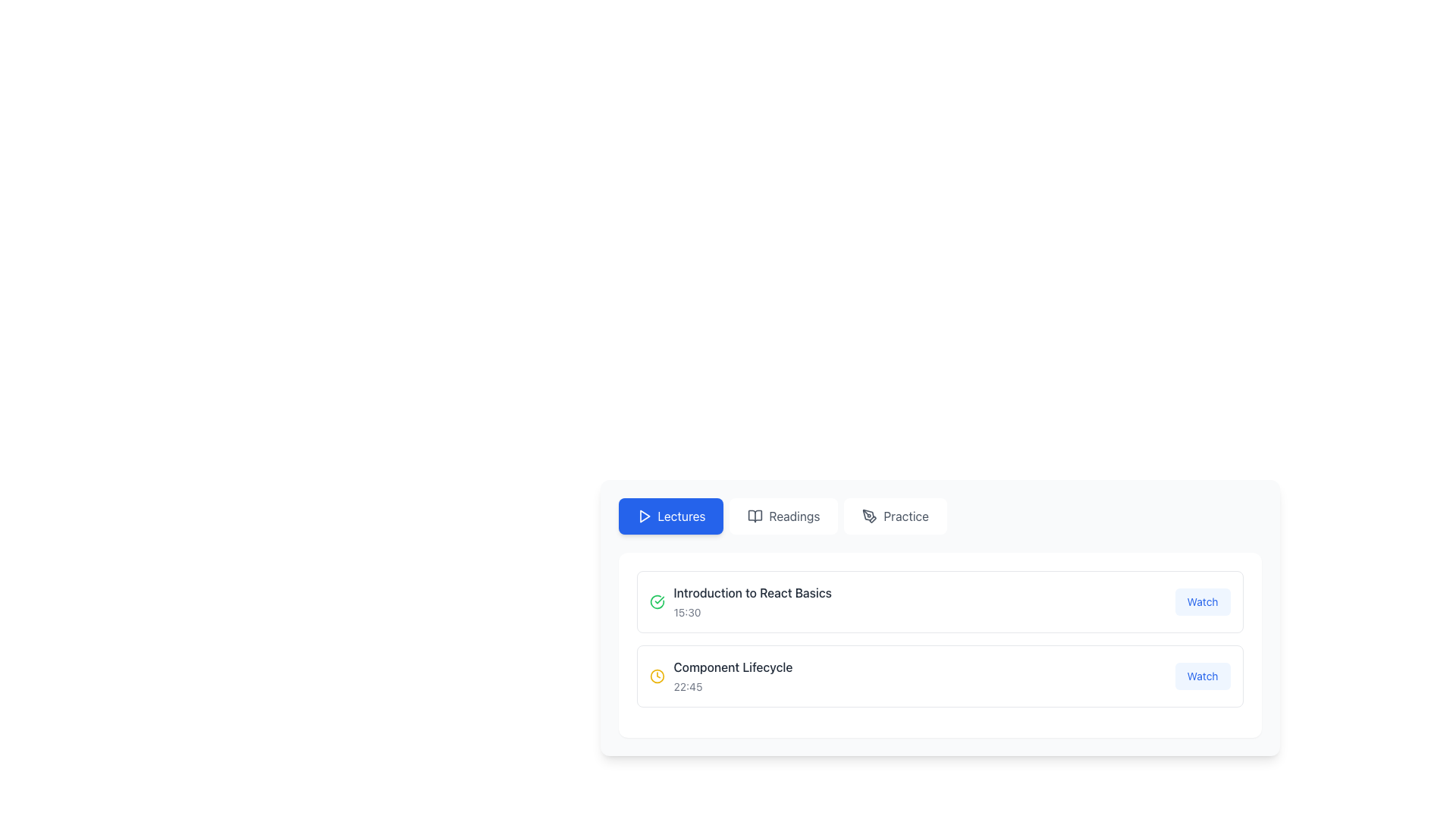 Image resolution: width=1456 pixels, height=819 pixels. What do you see at coordinates (644, 516) in the screenshot?
I see `the 'play' icon located to the left of the 'Lectures' button, which indicates video content` at bounding box center [644, 516].